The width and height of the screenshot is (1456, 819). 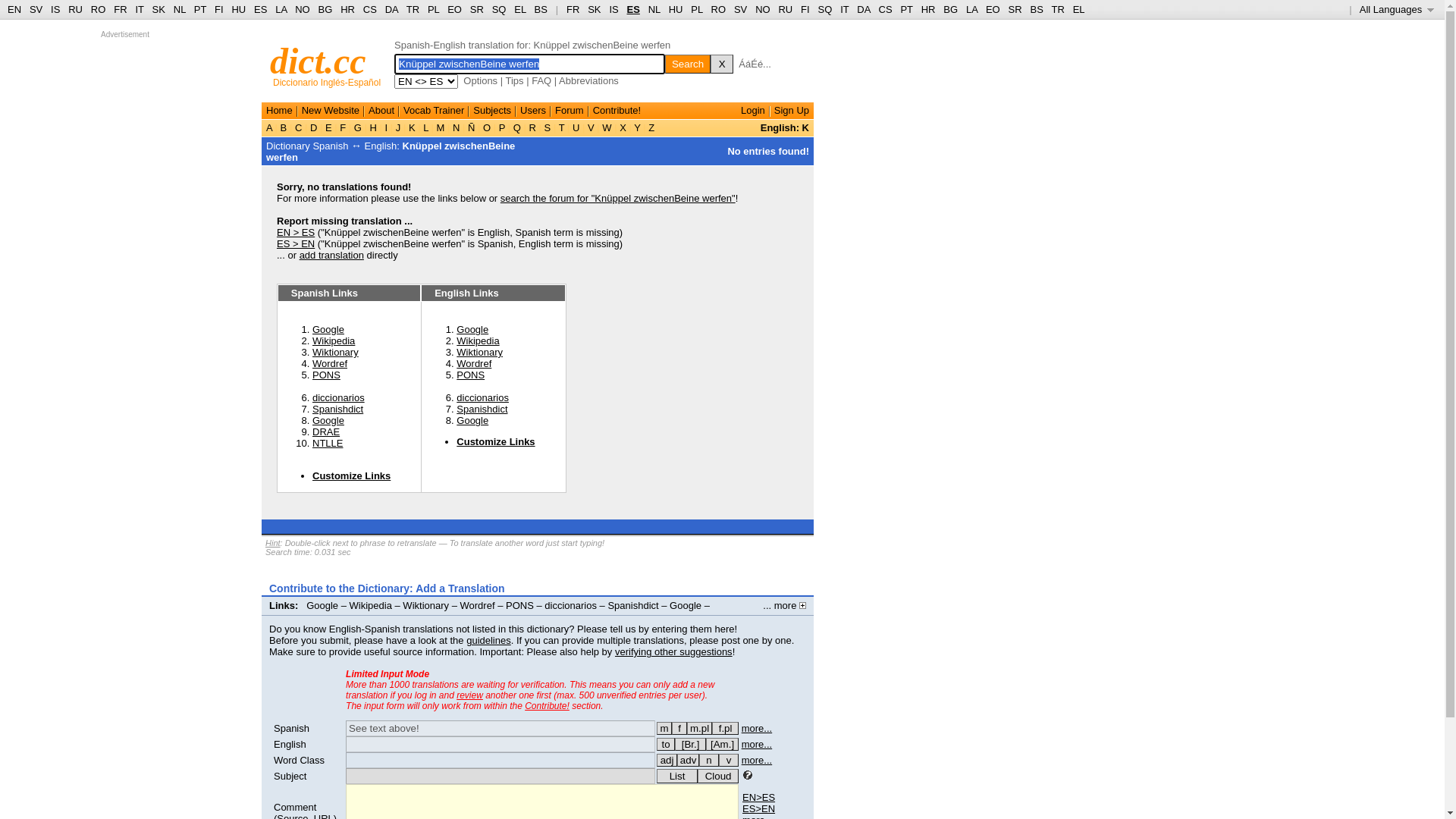 What do you see at coordinates (742, 796) in the screenshot?
I see `'EN>ES'` at bounding box center [742, 796].